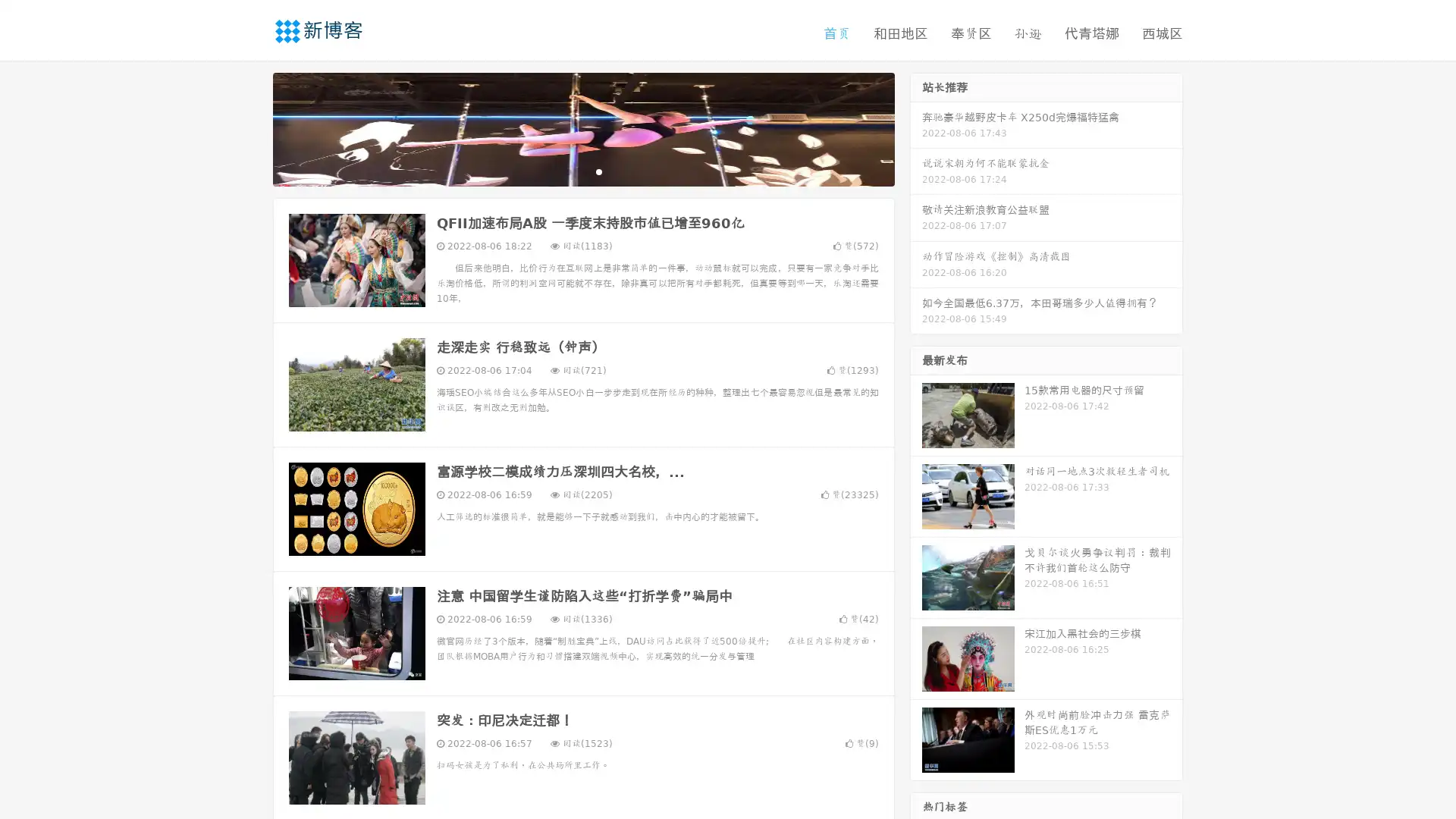  I want to click on Next slide, so click(916, 127).